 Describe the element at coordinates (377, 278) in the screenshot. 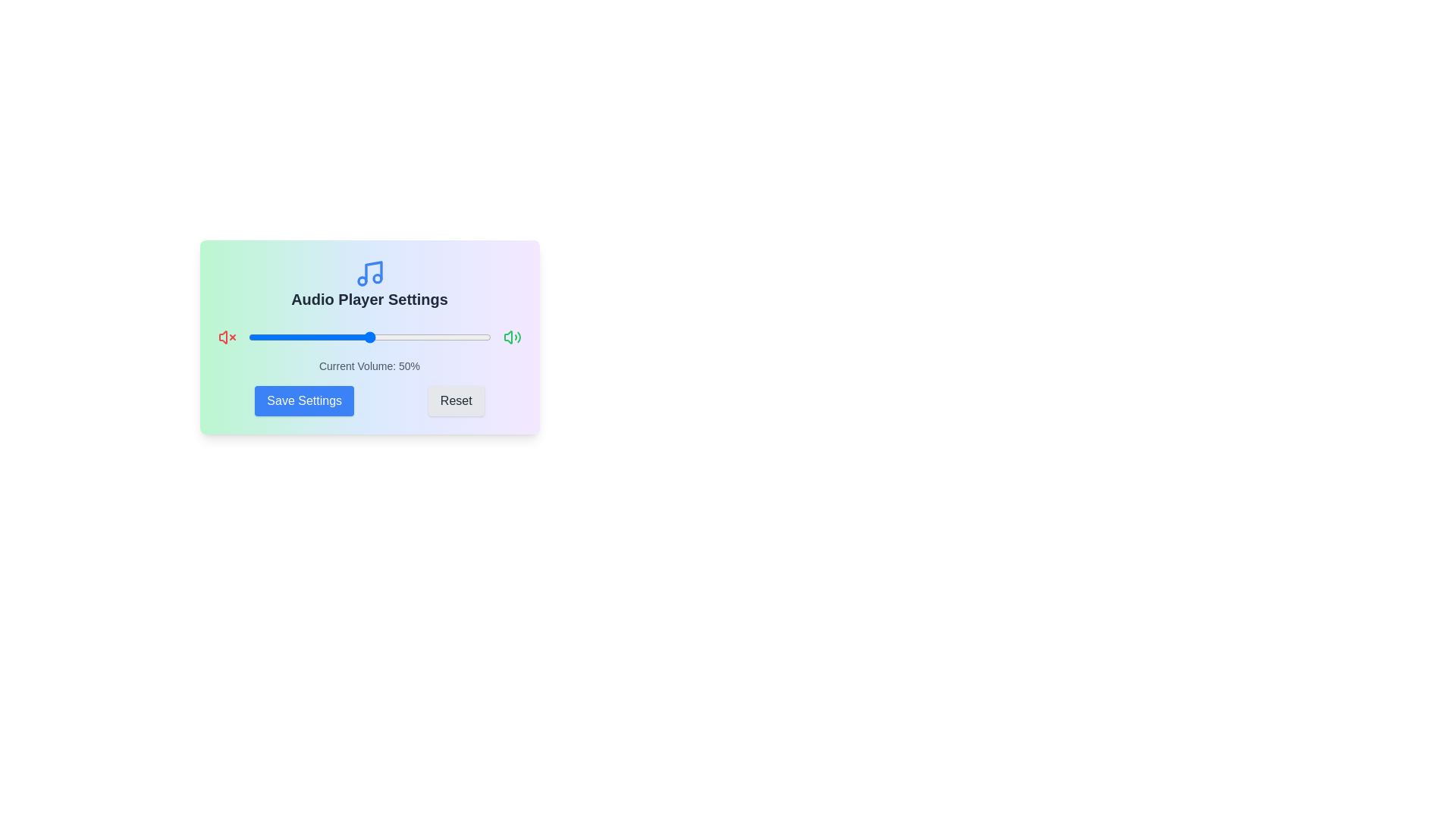

I see `the small circular graphical component located within the musical note icon by clicking on it` at that location.